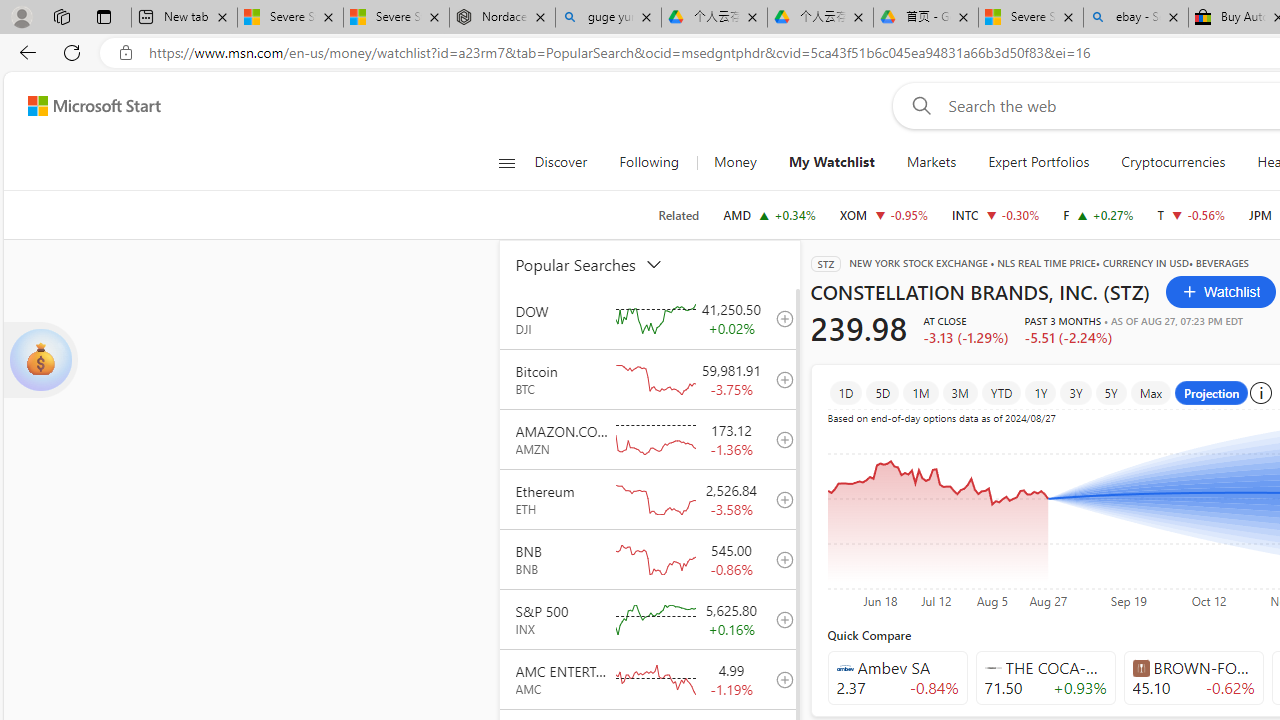 Image resolution: width=1280 pixels, height=720 pixels. I want to click on 'Popular Searches', so click(600, 263).